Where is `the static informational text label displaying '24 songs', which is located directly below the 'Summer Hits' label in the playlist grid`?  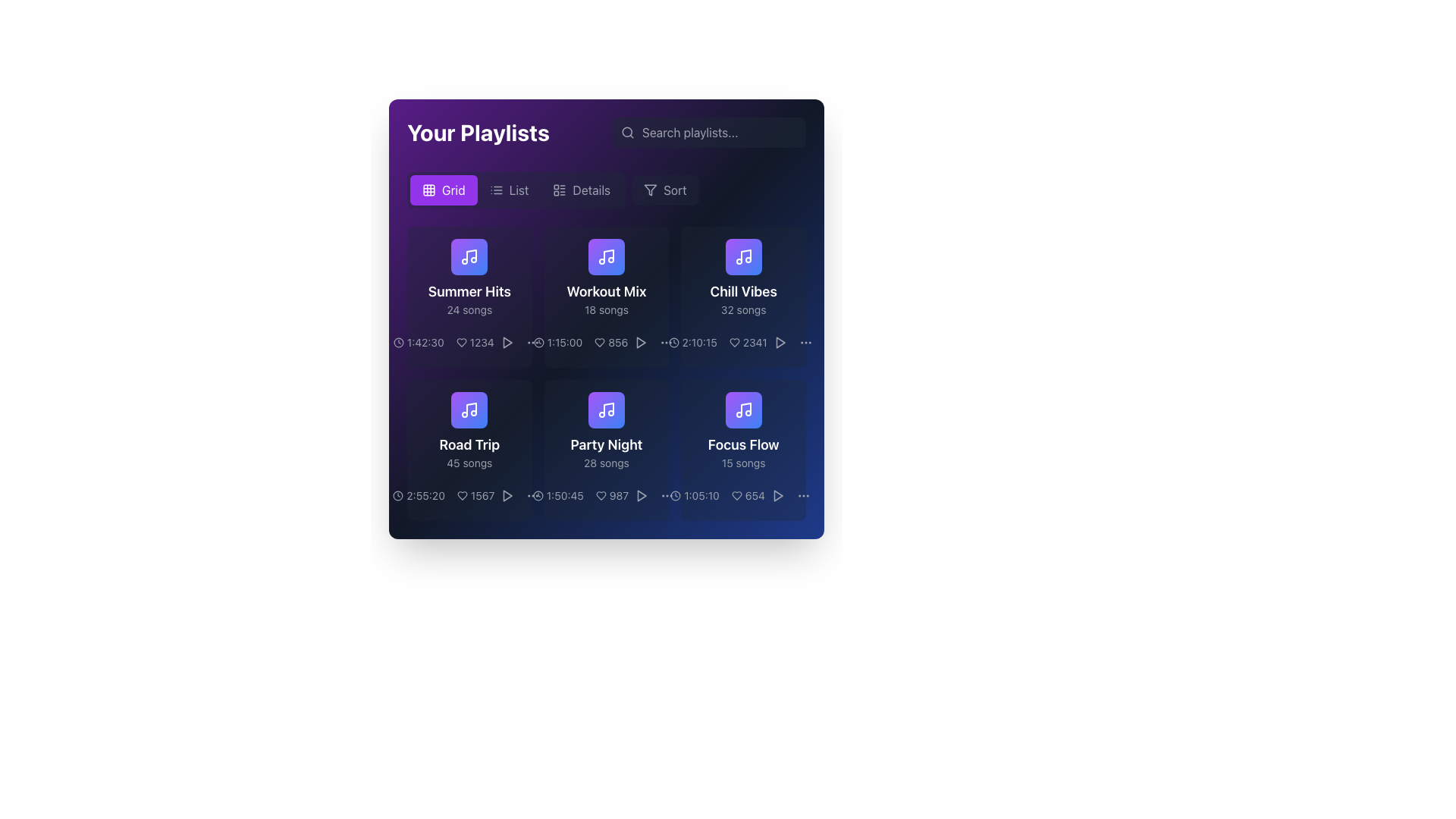 the static informational text label displaying '24 songs', which is located directly below the 'Summer Hits' label in the playlist grid is located at coordinates (469, 309).